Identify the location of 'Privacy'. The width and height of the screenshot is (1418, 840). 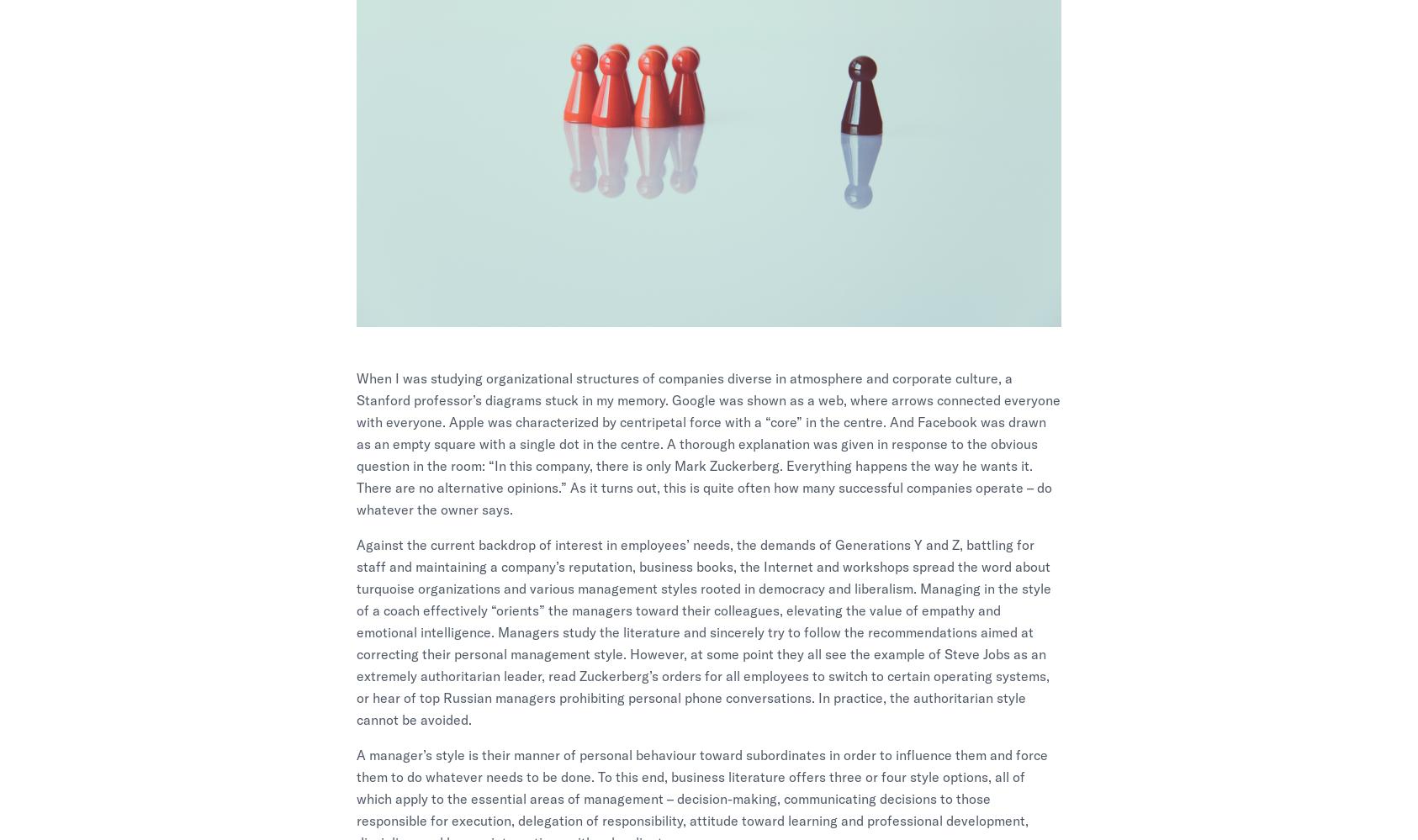
(1109, 649).